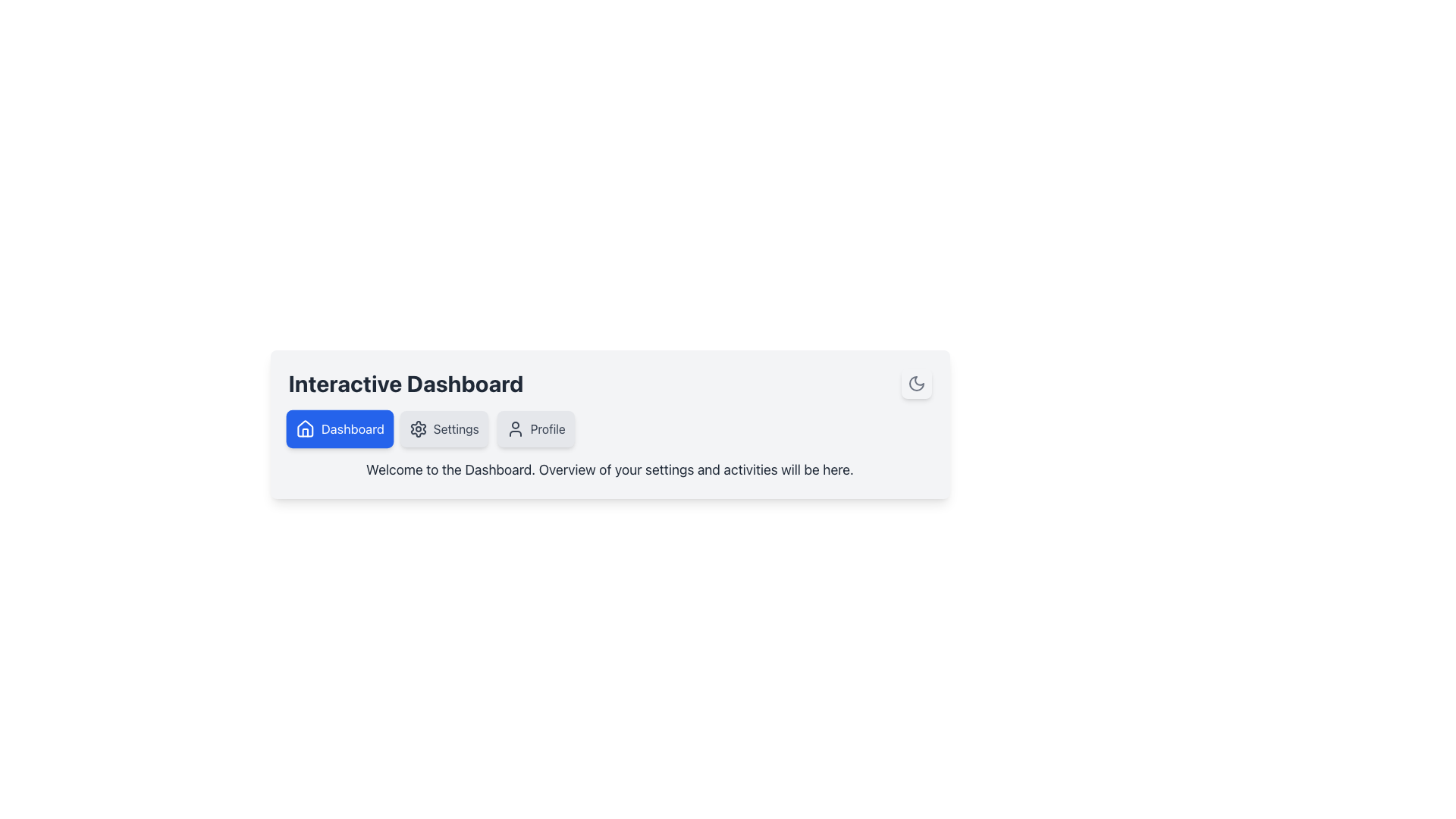 Image resolution: width=1456 pixels, height=819 pixels. Describe the element at coordinates (304, 428) in the screenshot. I see `the SVG icon representing a house within the 'Dashboard' button, which is located at the leftmost side of the row containing three buttons: Dashboard, Settings, and Profile` at that location.